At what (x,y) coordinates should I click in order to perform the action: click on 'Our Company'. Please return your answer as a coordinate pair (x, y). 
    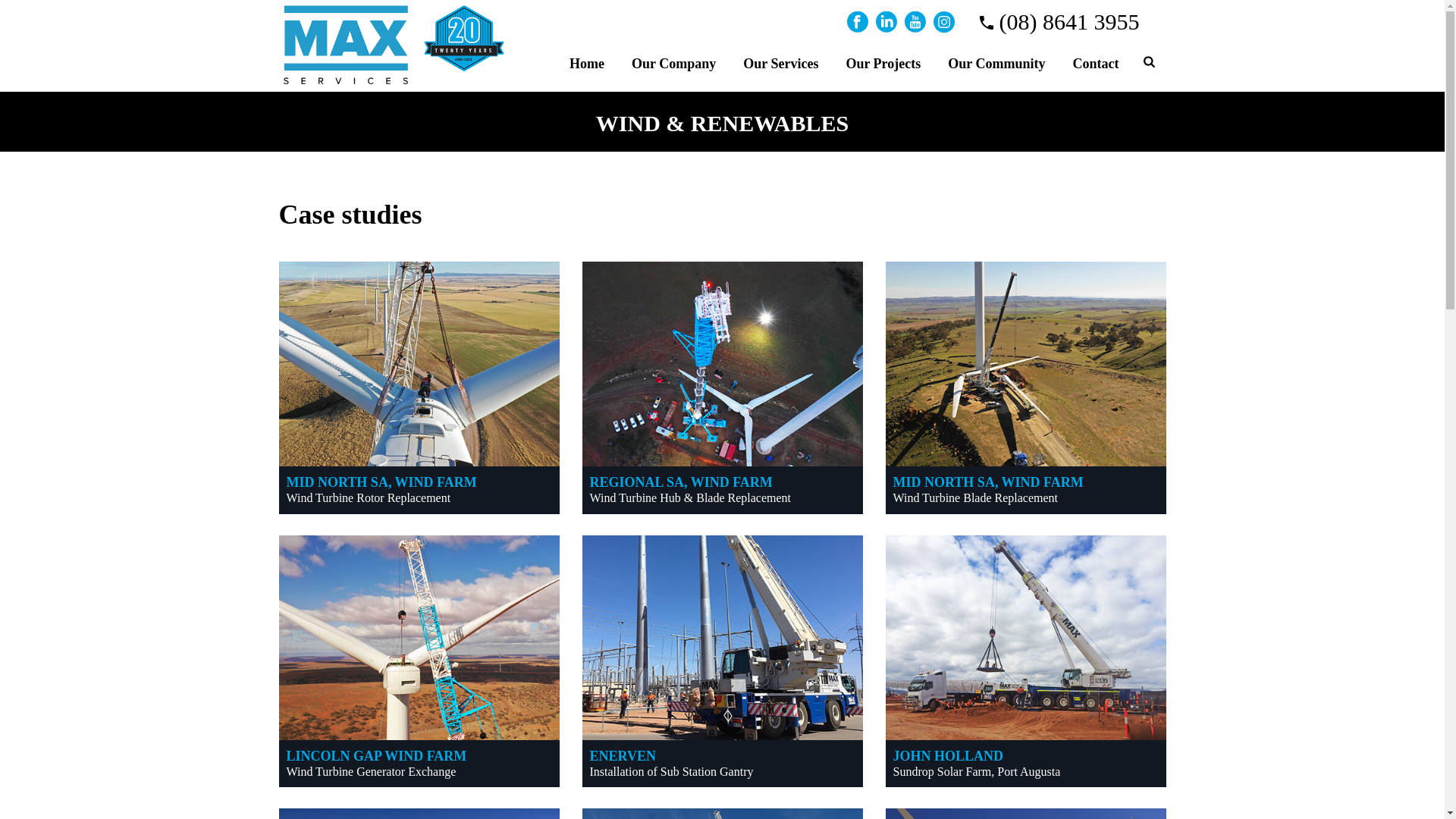
    Looking at the image, I should click on (673, 61).